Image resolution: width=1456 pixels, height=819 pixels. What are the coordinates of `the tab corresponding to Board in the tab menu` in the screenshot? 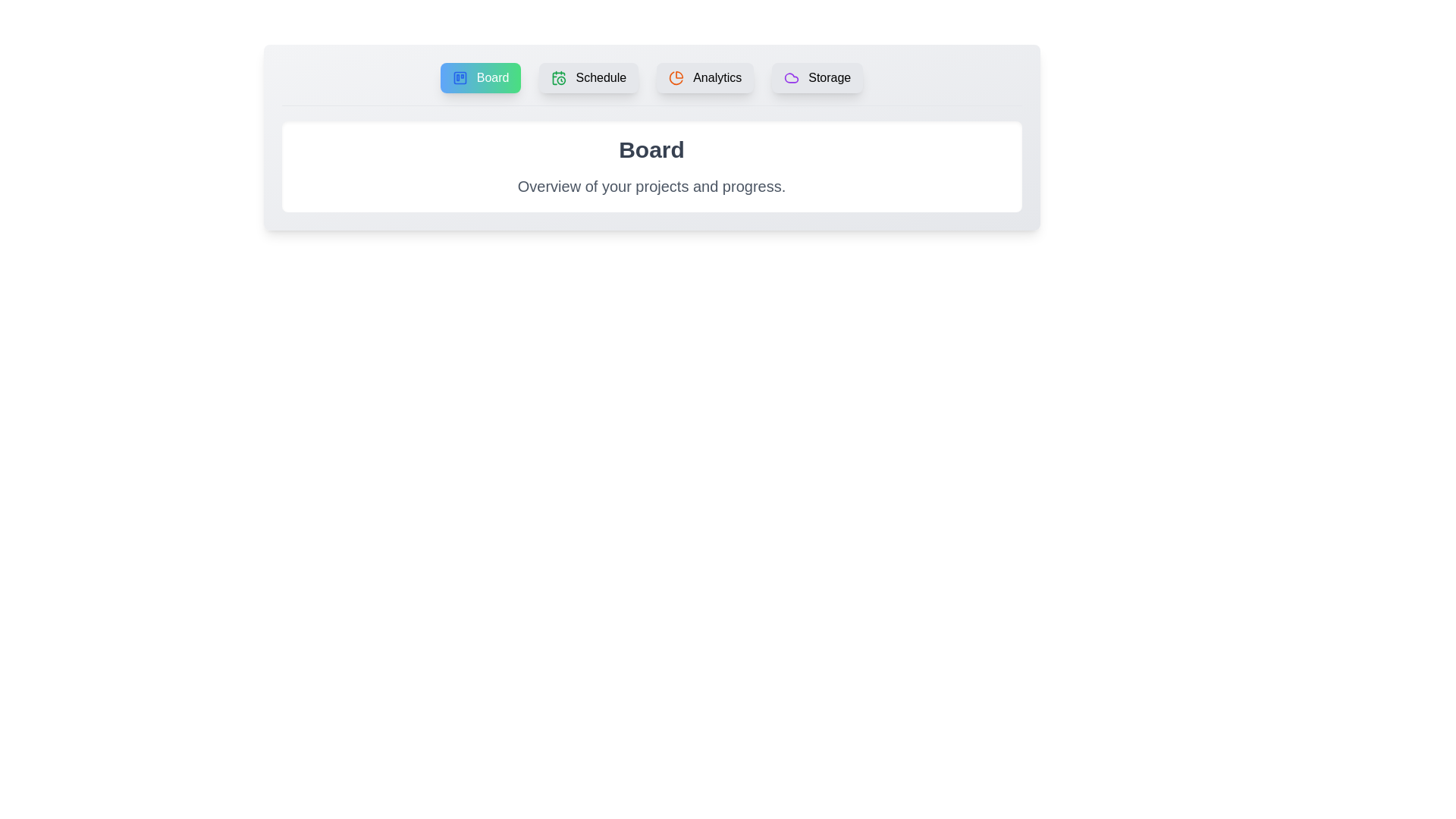 It's located at (479, 78).